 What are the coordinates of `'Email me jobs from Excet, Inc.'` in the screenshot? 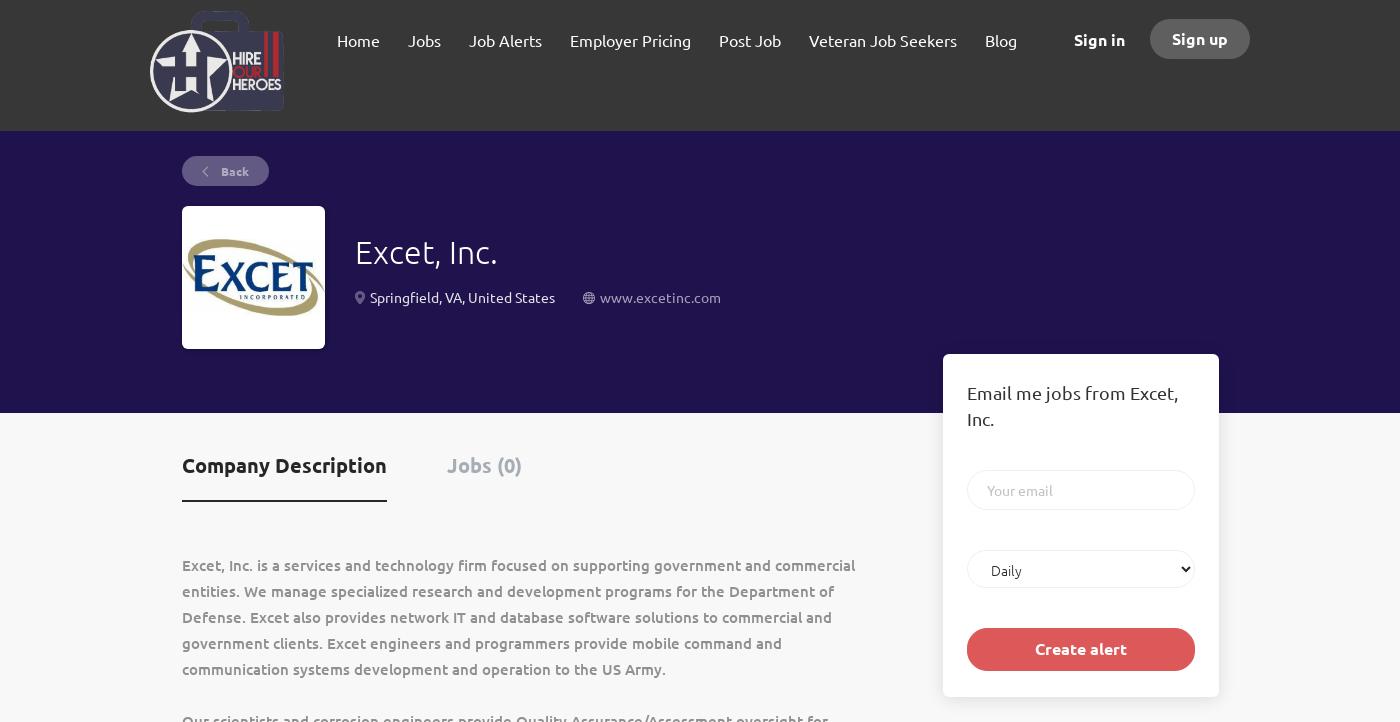 It's located at (1071, 405).